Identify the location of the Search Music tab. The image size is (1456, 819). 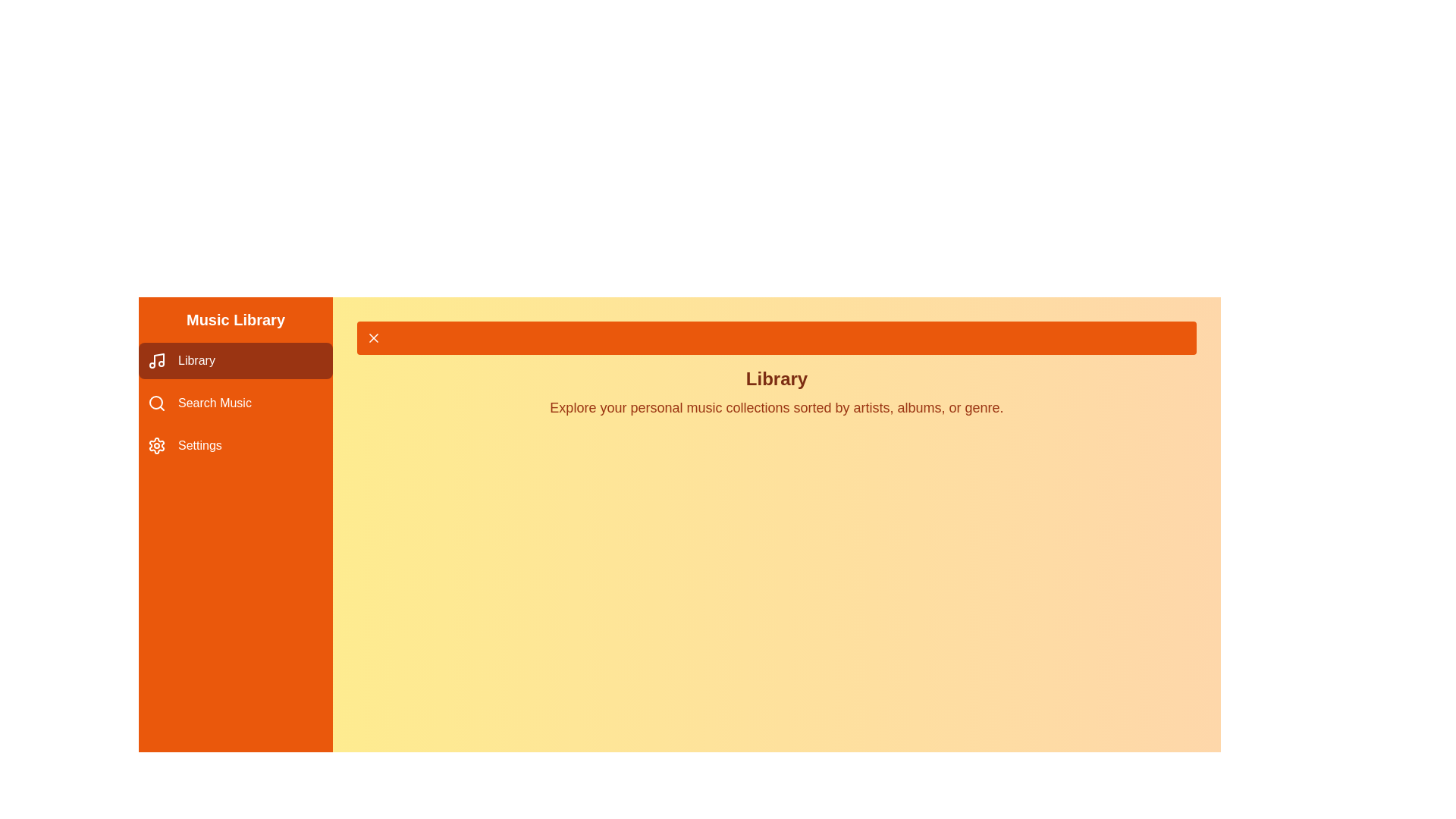
(235, 403).